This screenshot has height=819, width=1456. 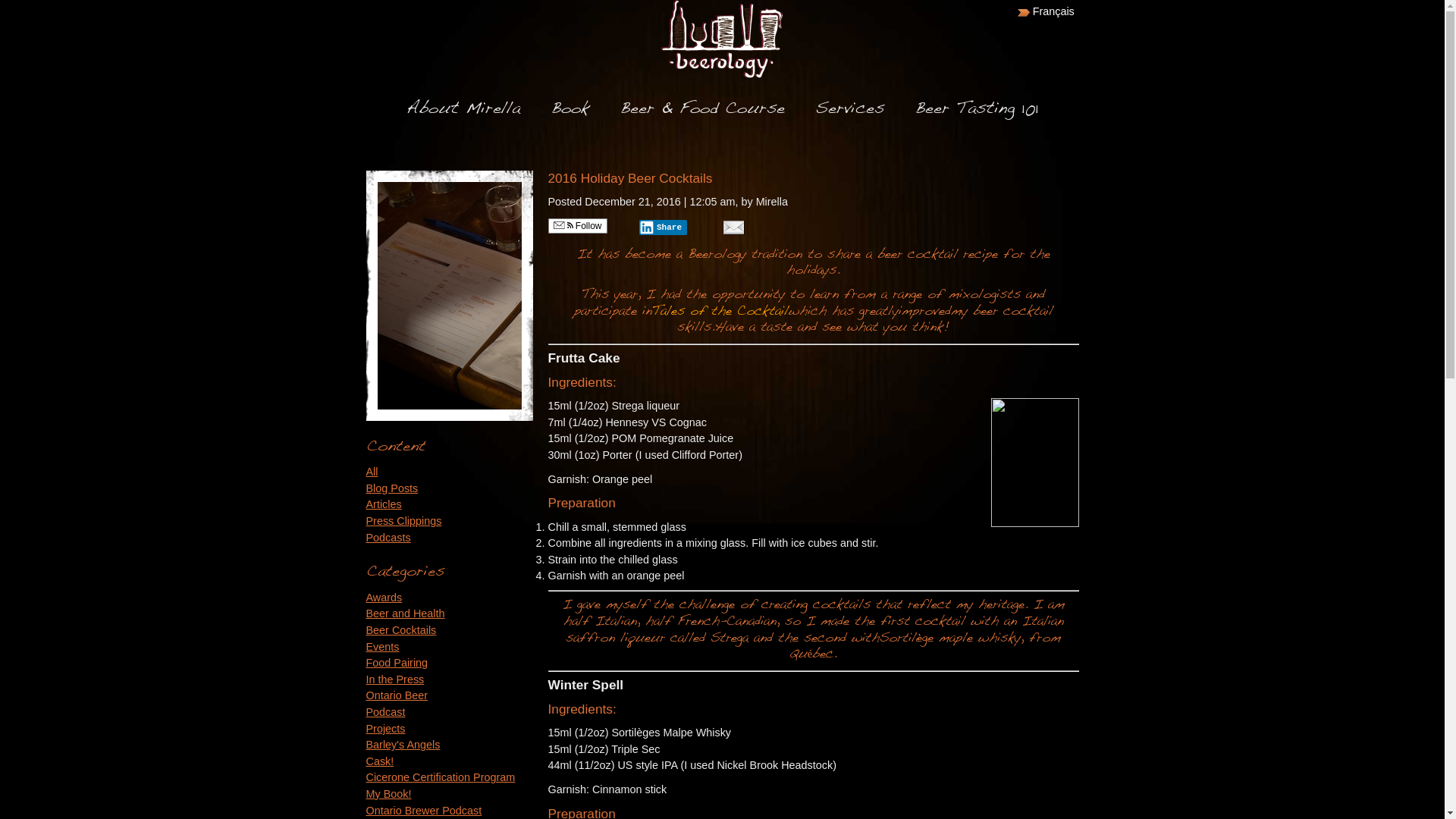 What do you see at coordinates (397, 695) in the screenshot?
I see `'Ontario Beer'` at bounding box center [397, 695].